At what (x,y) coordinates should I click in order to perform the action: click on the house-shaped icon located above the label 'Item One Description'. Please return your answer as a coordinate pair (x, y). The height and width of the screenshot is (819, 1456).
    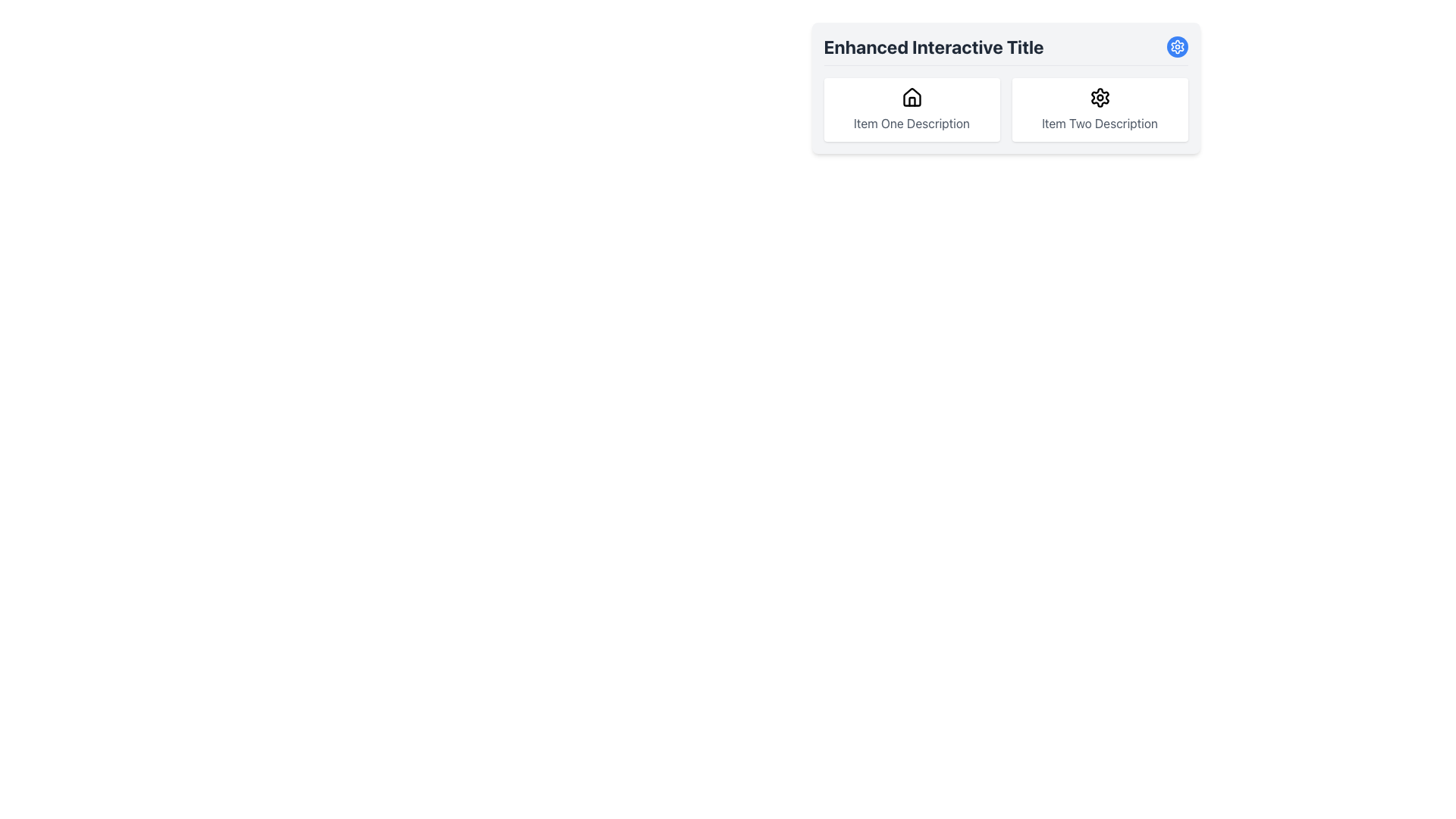
    Looking at the image, I should click on (911, 97).